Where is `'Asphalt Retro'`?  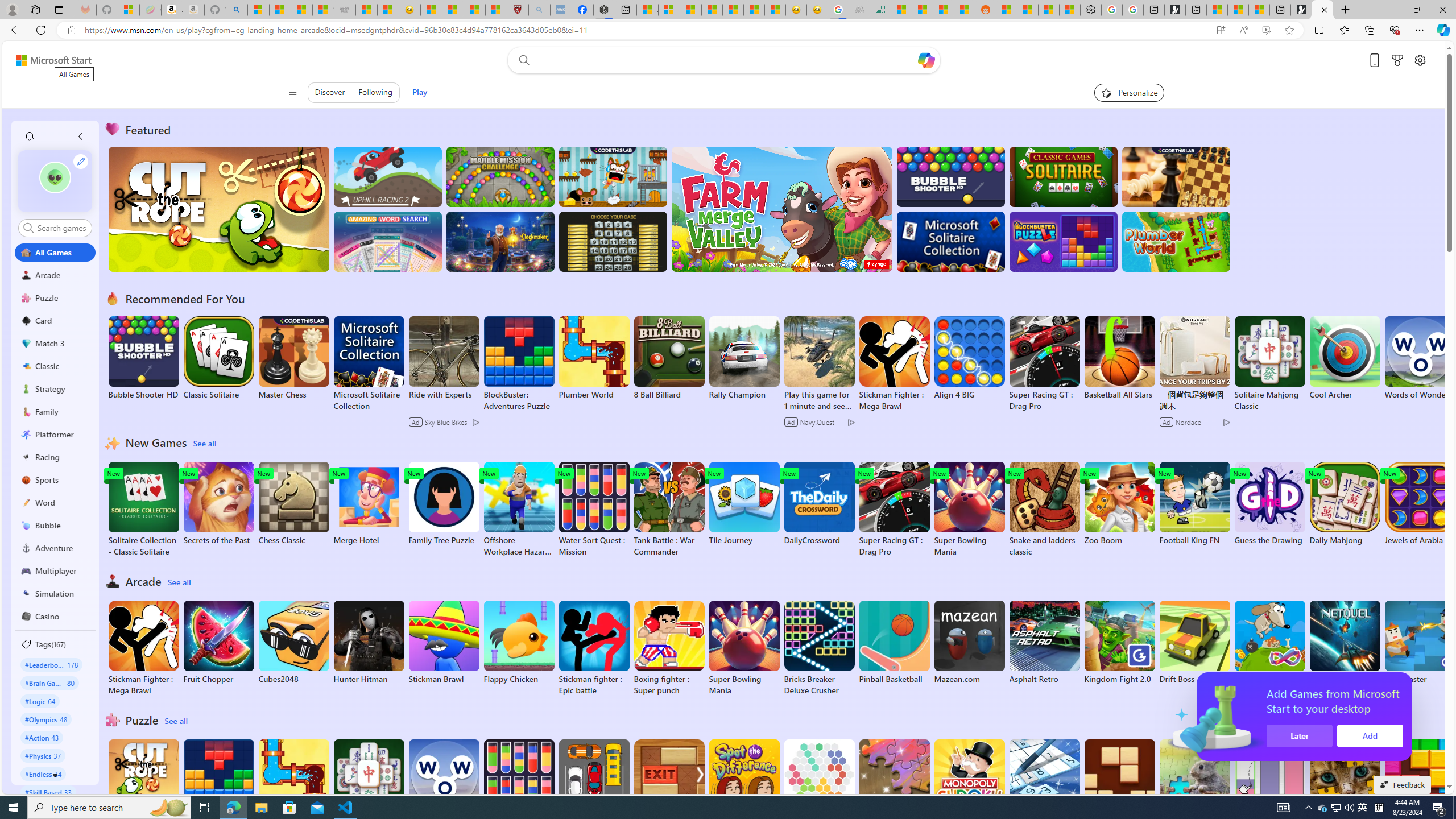 'Asphalt Retro' is located at coordinates (1044, 642).